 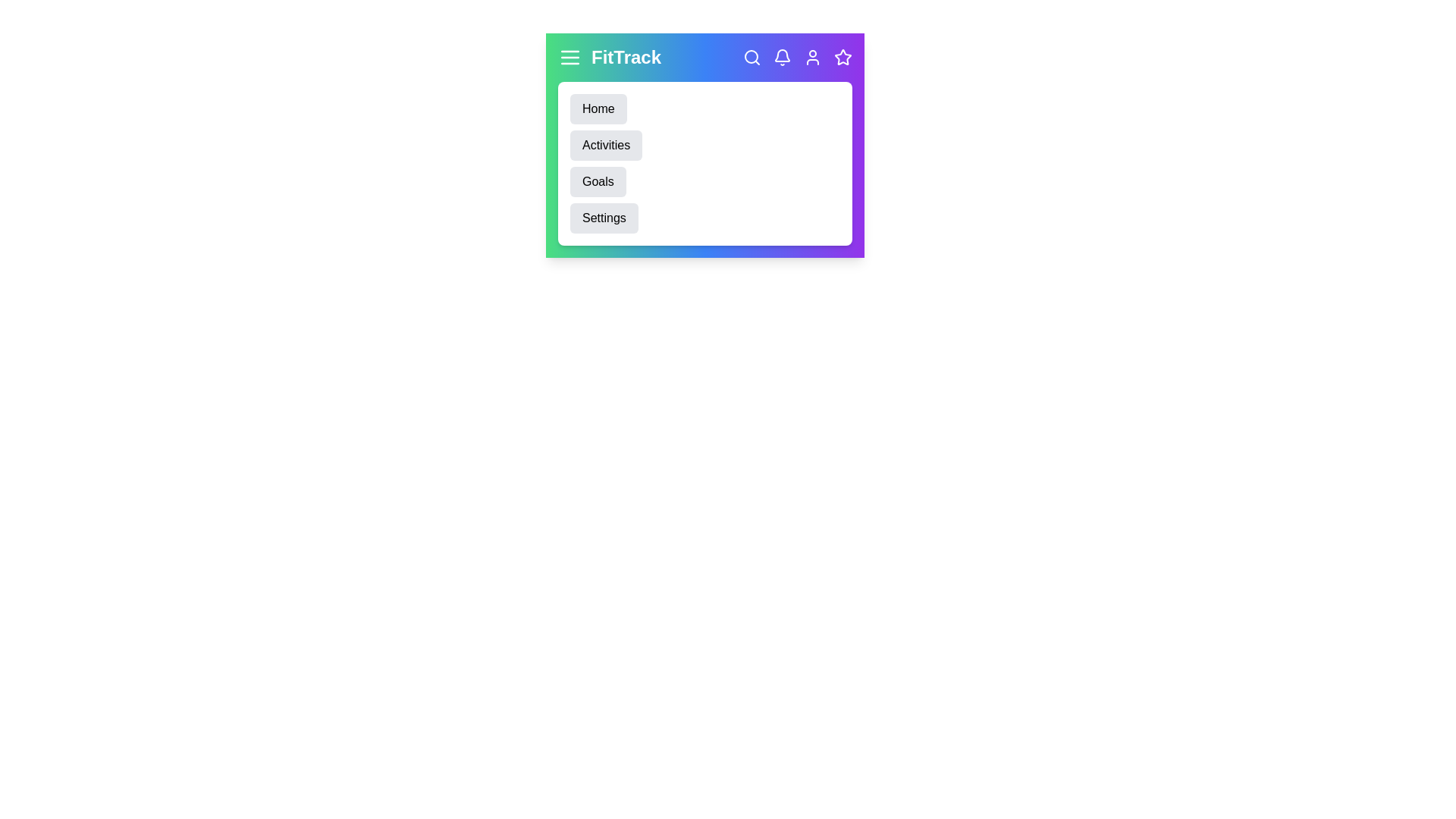 I want to click on the search icon to initiate a search, so click(x=752, y=57).